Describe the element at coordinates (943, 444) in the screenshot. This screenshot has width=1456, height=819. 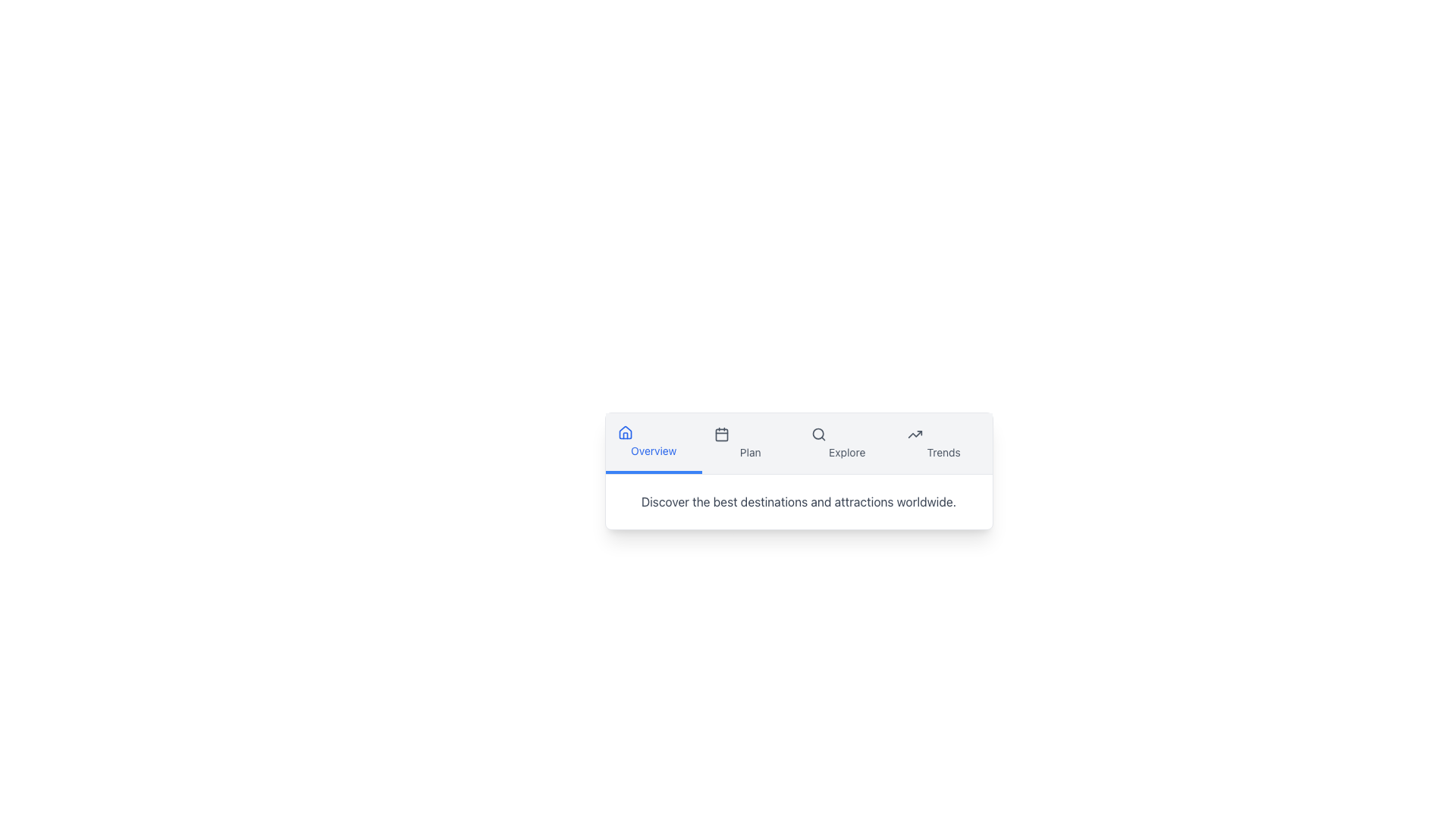
I see `the 'Trends' navigation tab, which is the last tab in the horizontal menu` at that location.